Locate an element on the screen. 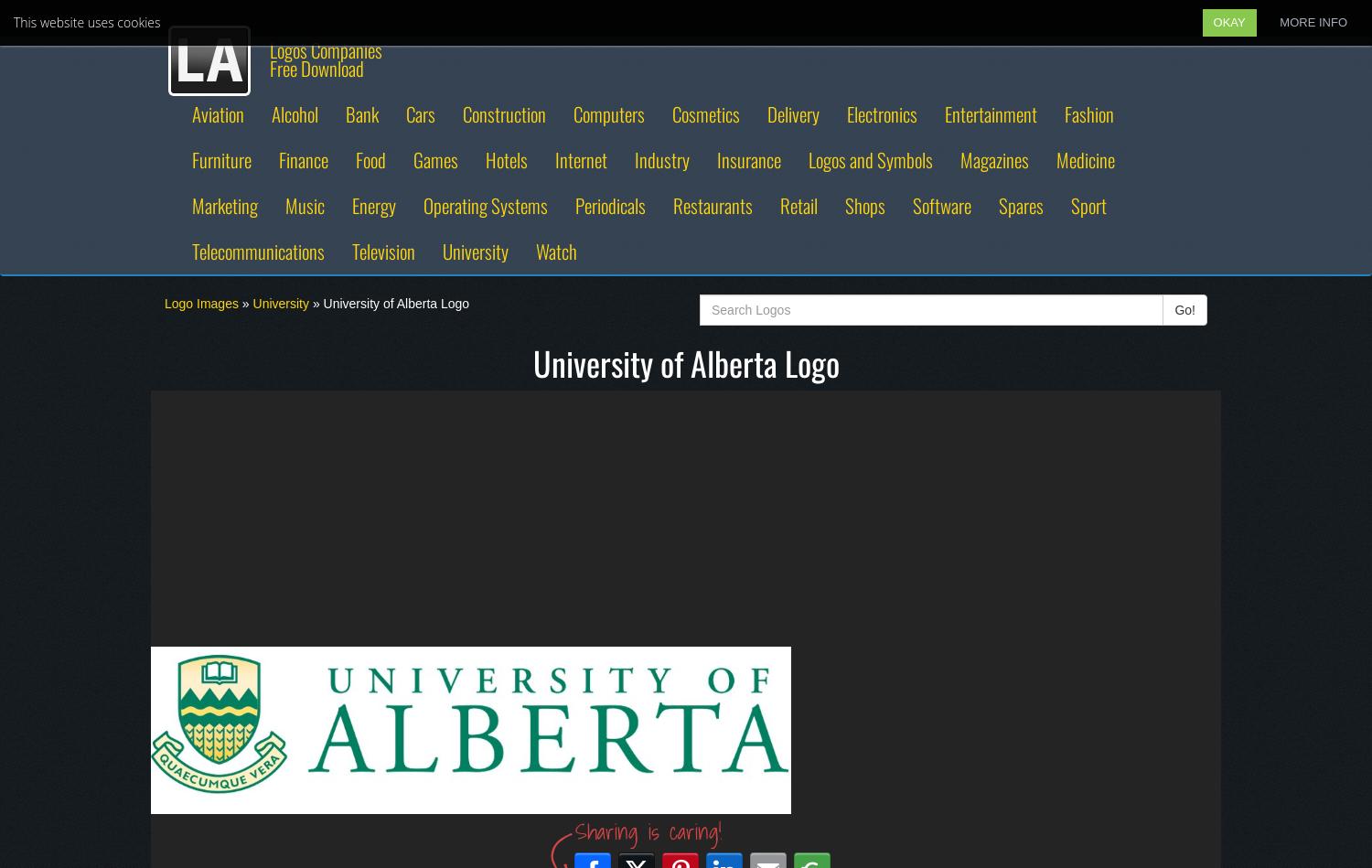 Image resolution: width=1372 pixels, height=868 pixels. 'Logos Companies' is located at coordinates (325, 49).